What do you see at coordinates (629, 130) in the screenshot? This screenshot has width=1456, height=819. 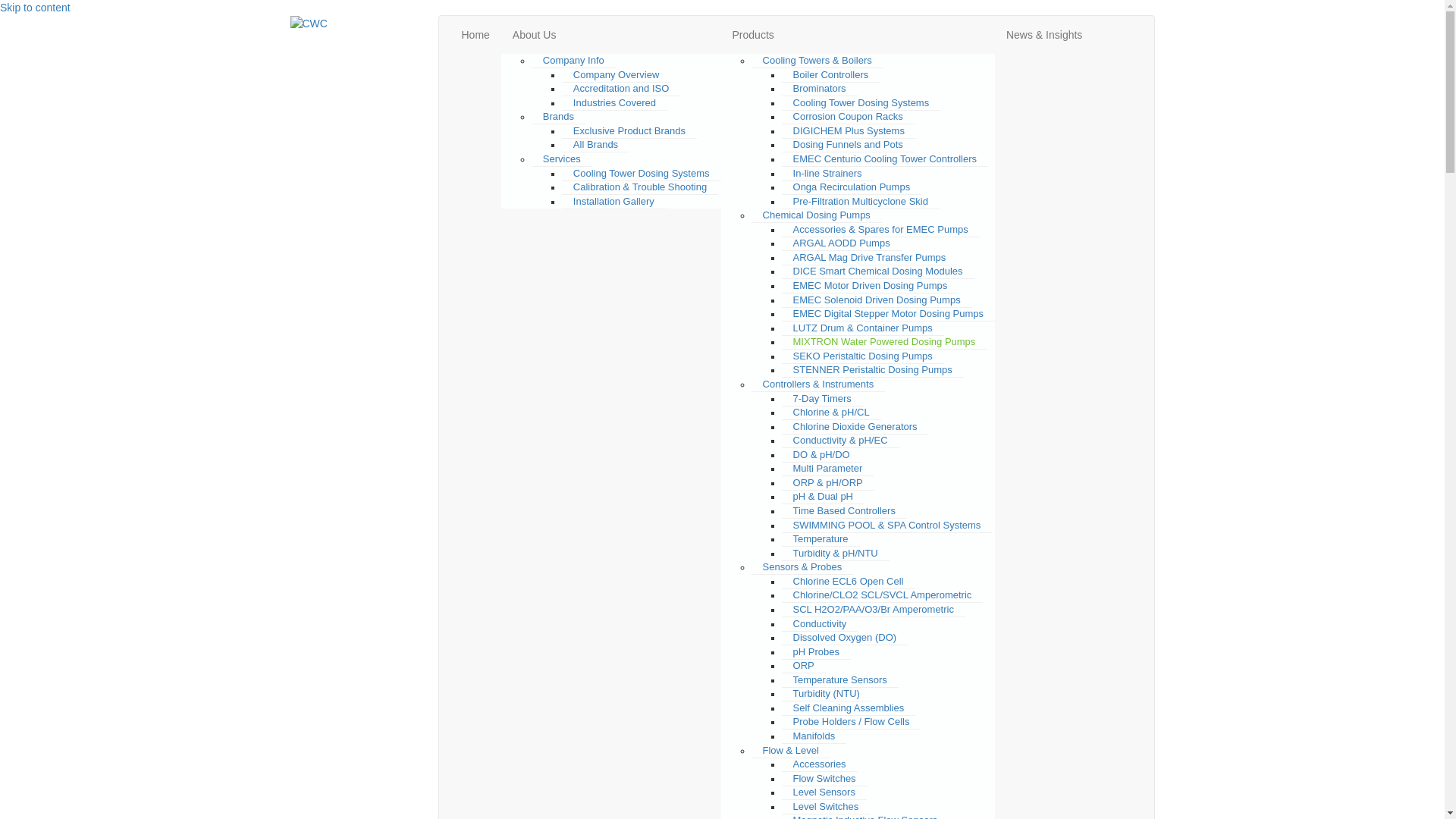 I see `'Exclusive Product Brands'` at bounding box center [629, 130].